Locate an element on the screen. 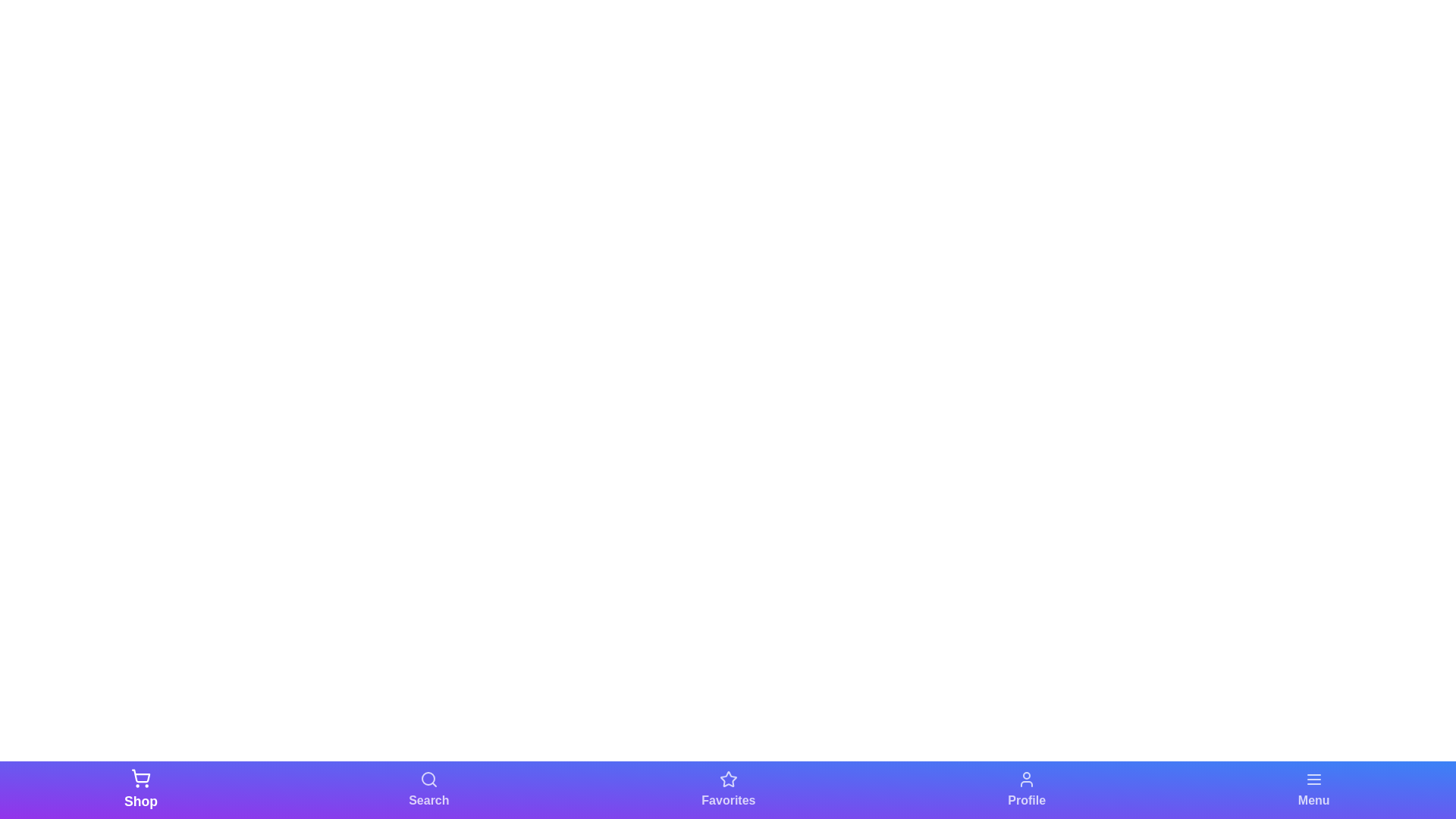 This screenshot has width=1456, height=819. the navigation bar element labeled Profile is located at coordinates (1026, 789).